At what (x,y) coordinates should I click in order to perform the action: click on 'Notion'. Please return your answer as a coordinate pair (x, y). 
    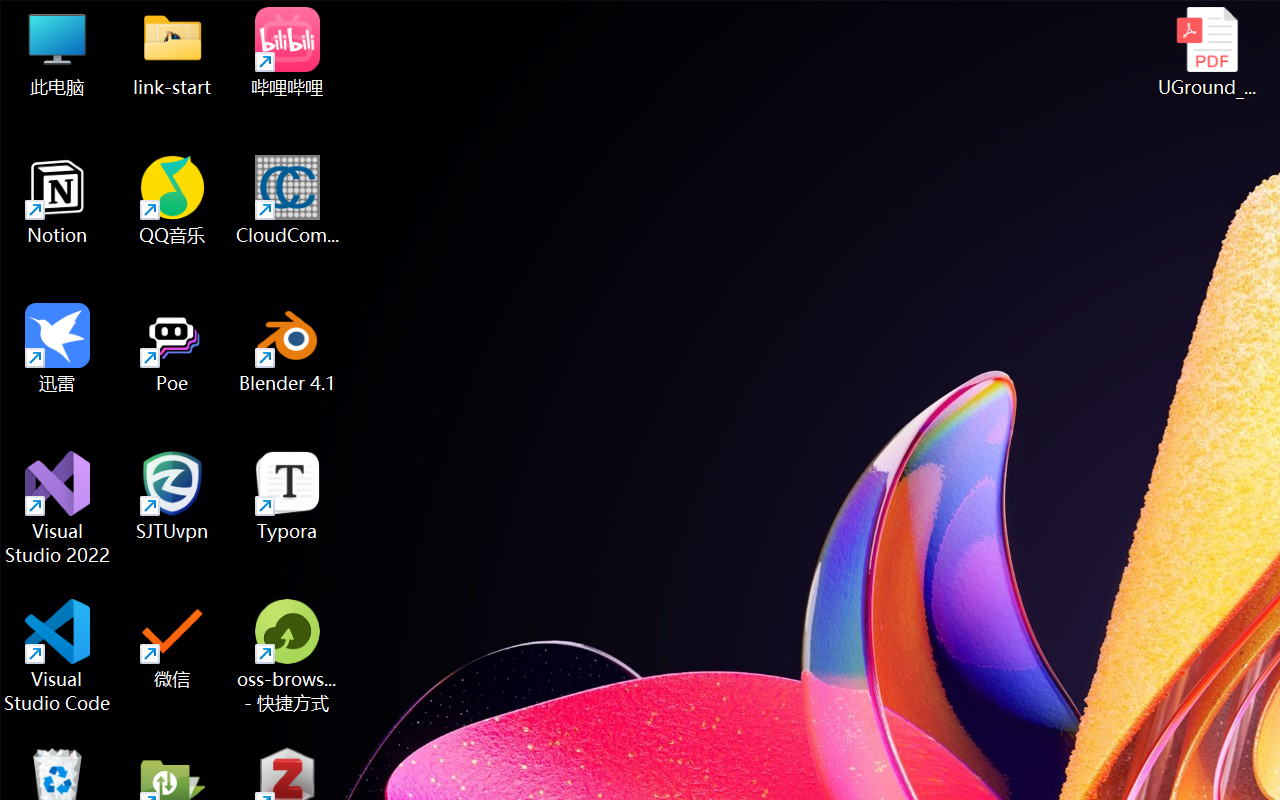
    Looking at the image, I should click on (57, 200).